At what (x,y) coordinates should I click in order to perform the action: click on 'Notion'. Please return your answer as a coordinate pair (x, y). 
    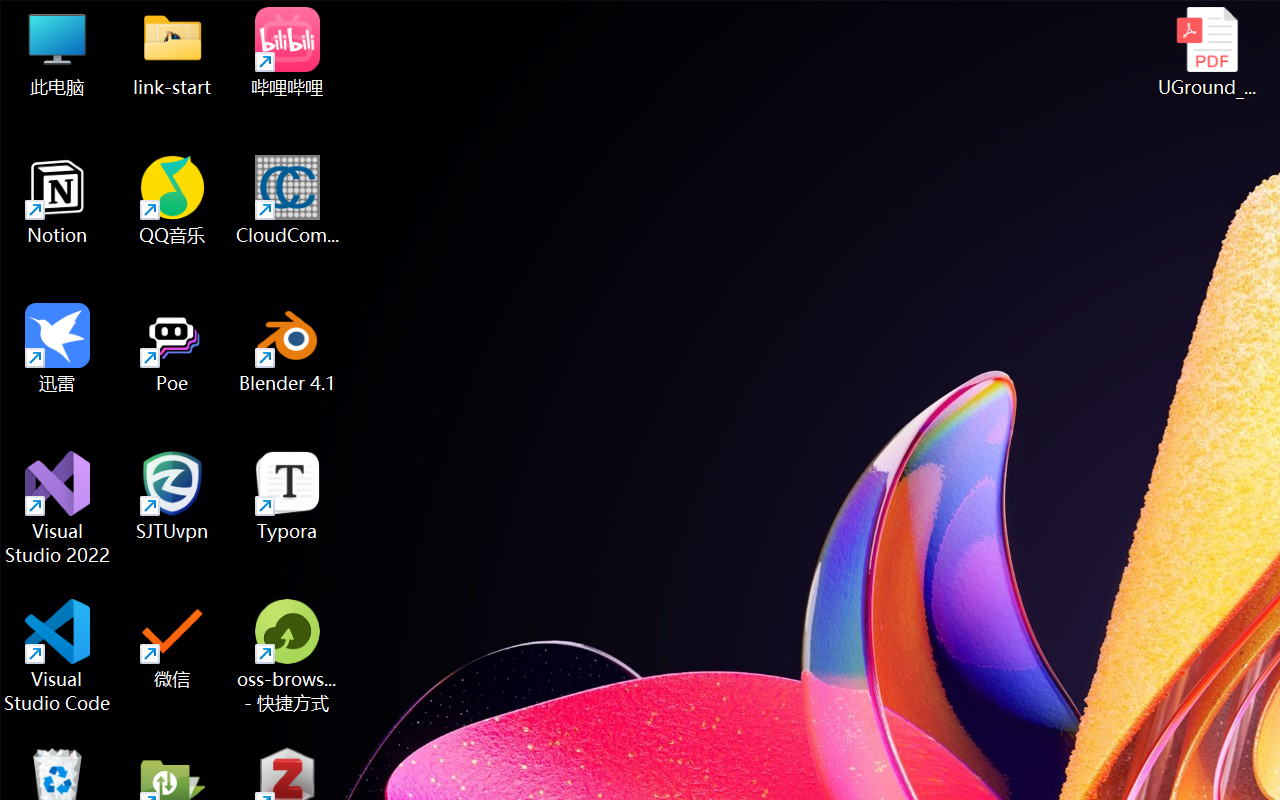
    Looking at the image, I should click on (57, 200).